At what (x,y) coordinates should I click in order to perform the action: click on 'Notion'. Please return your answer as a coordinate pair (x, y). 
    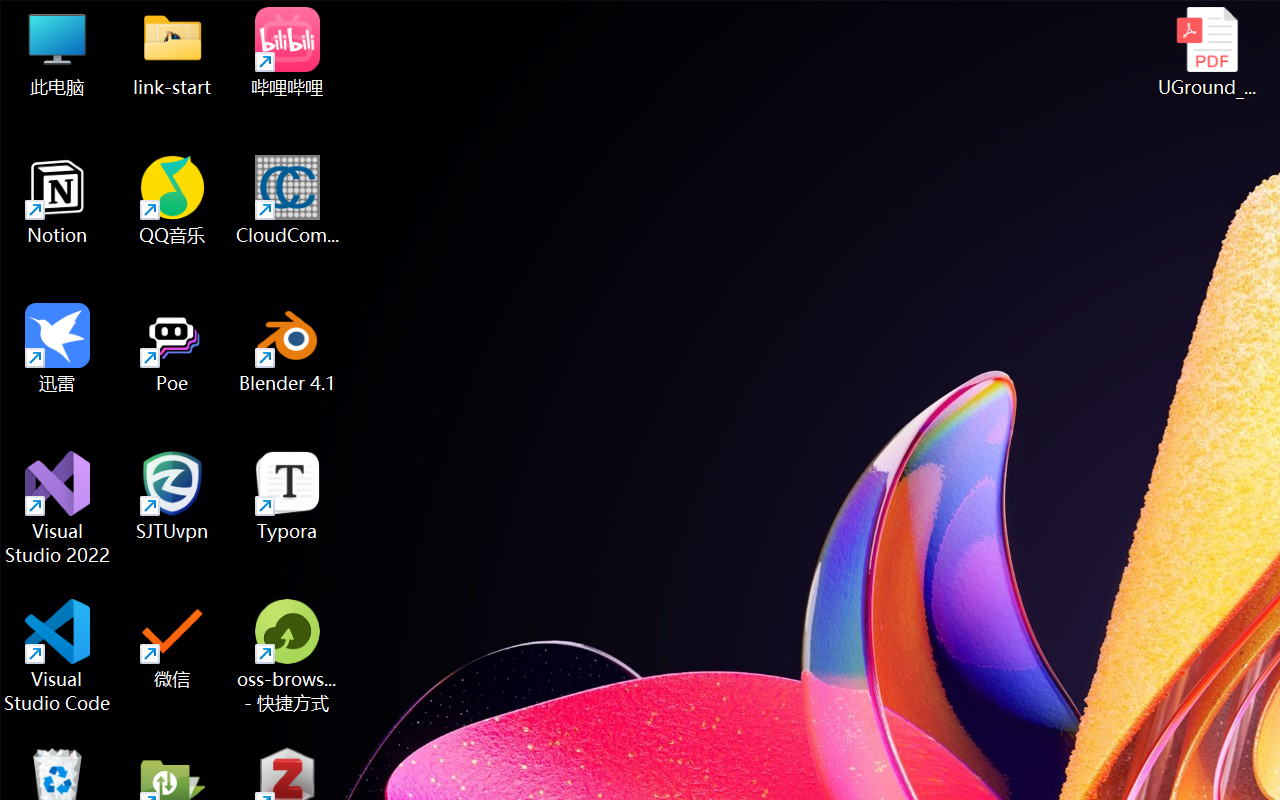
    Looking at the image, I should click on (57, 200).